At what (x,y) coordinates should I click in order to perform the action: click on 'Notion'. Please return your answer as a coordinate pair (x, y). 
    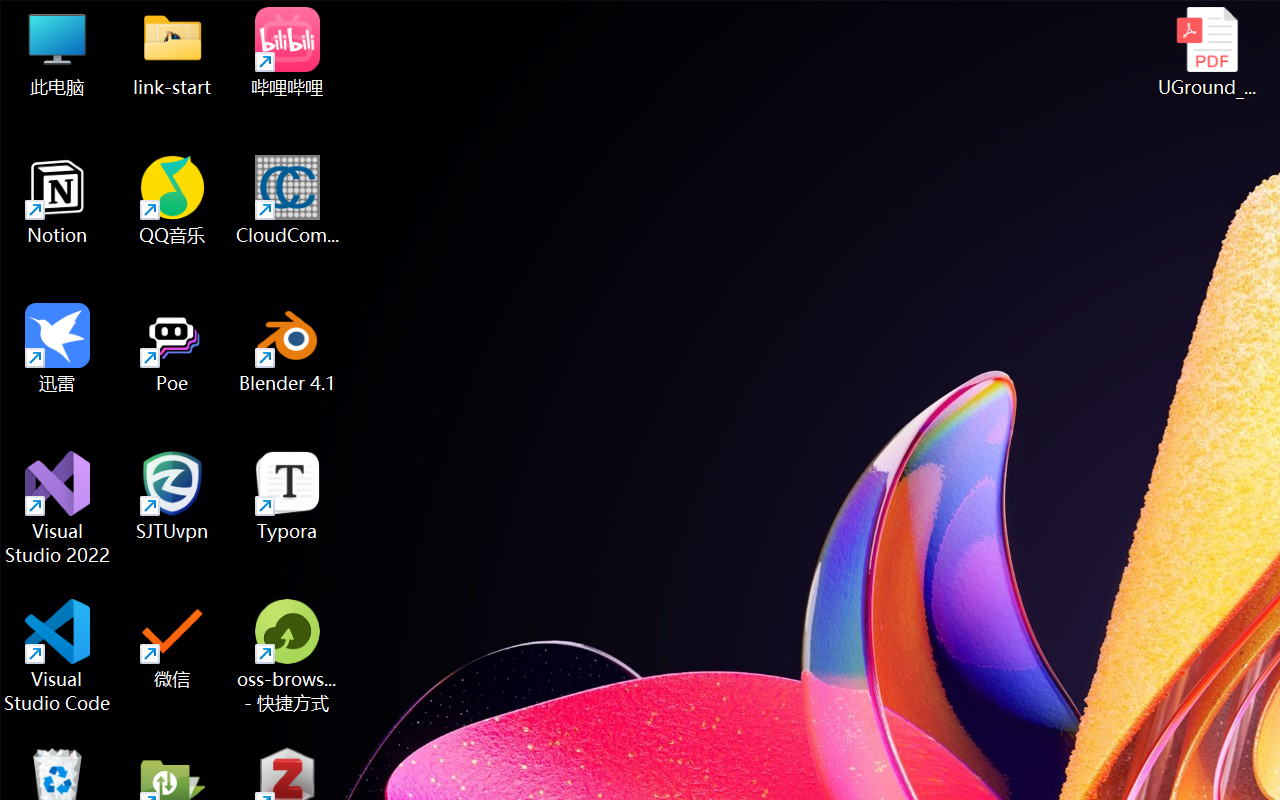
    Looking at the image, I should click on (57, 200).